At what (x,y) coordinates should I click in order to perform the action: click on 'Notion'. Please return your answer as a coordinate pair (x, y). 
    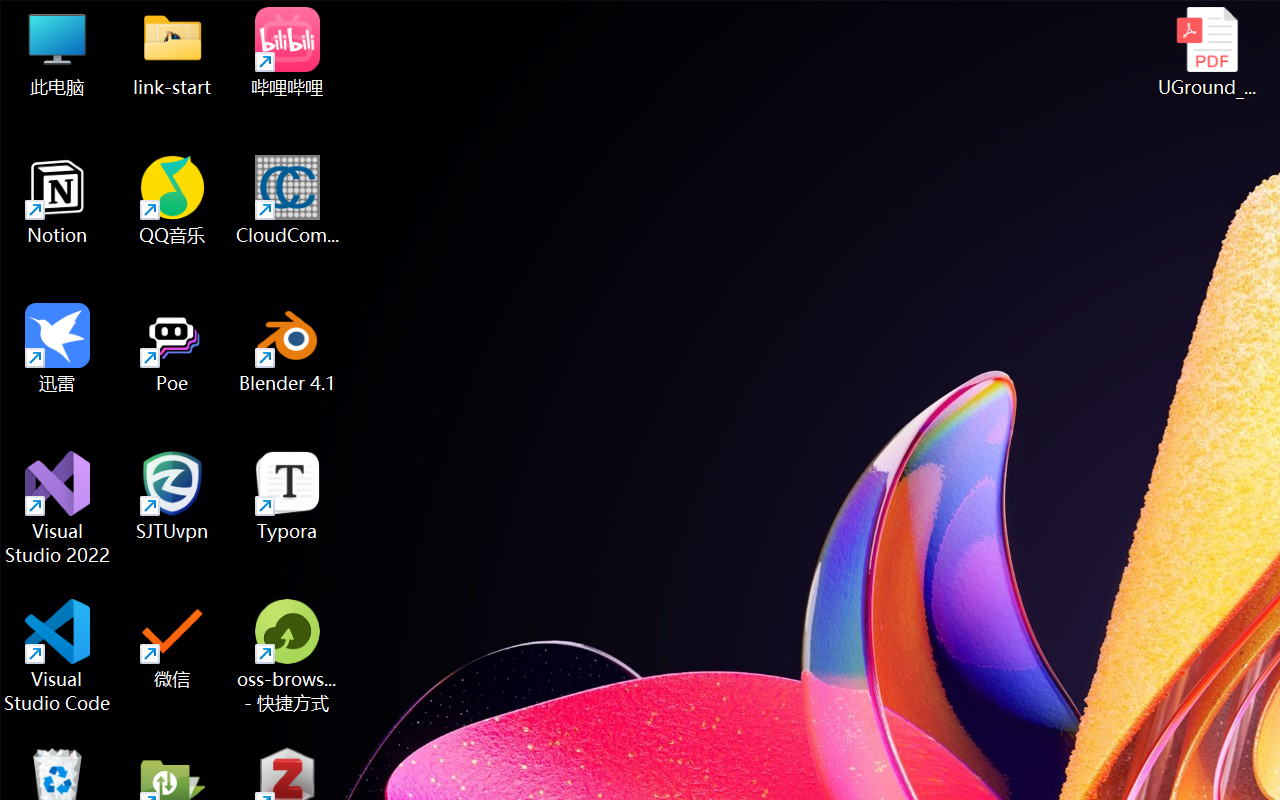
    Looking at the image, I should click on (57, 200).